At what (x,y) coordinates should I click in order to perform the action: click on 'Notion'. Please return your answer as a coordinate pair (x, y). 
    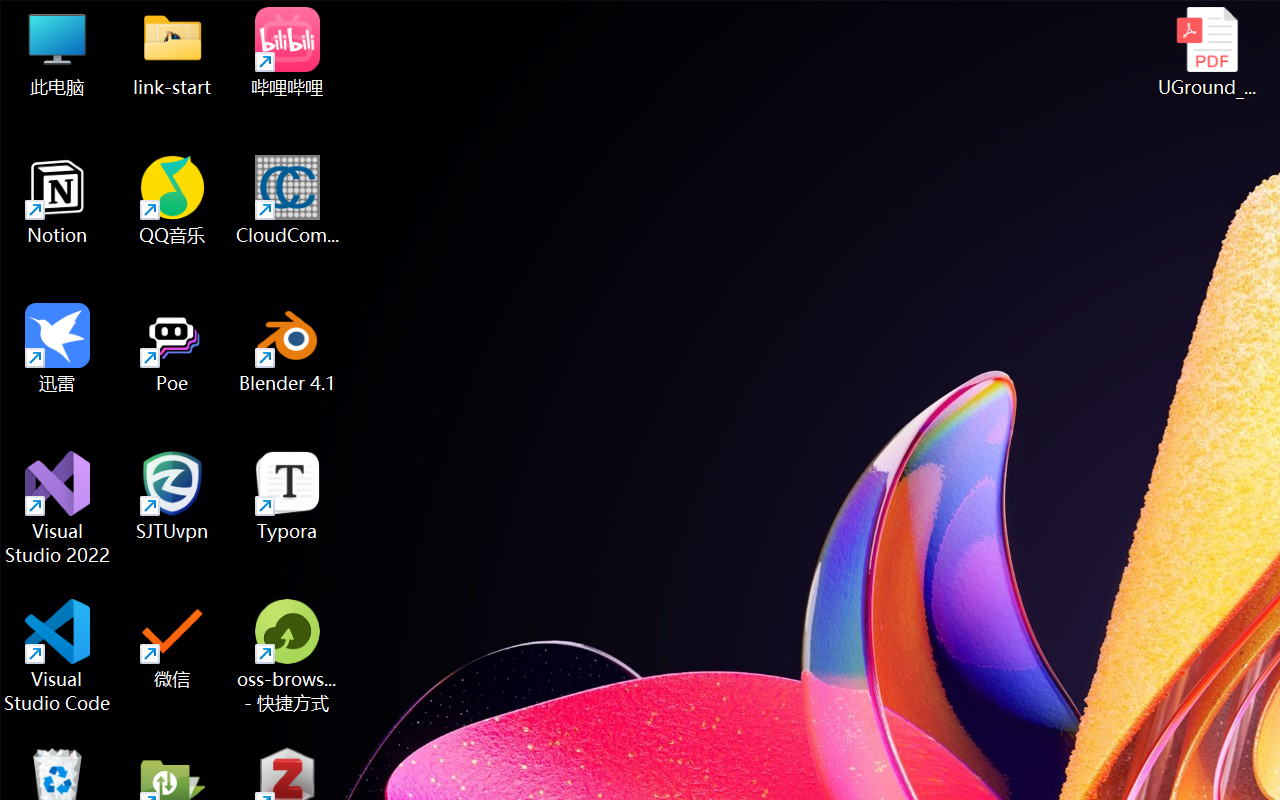
    Looking at the image, I should click on (57, 200).